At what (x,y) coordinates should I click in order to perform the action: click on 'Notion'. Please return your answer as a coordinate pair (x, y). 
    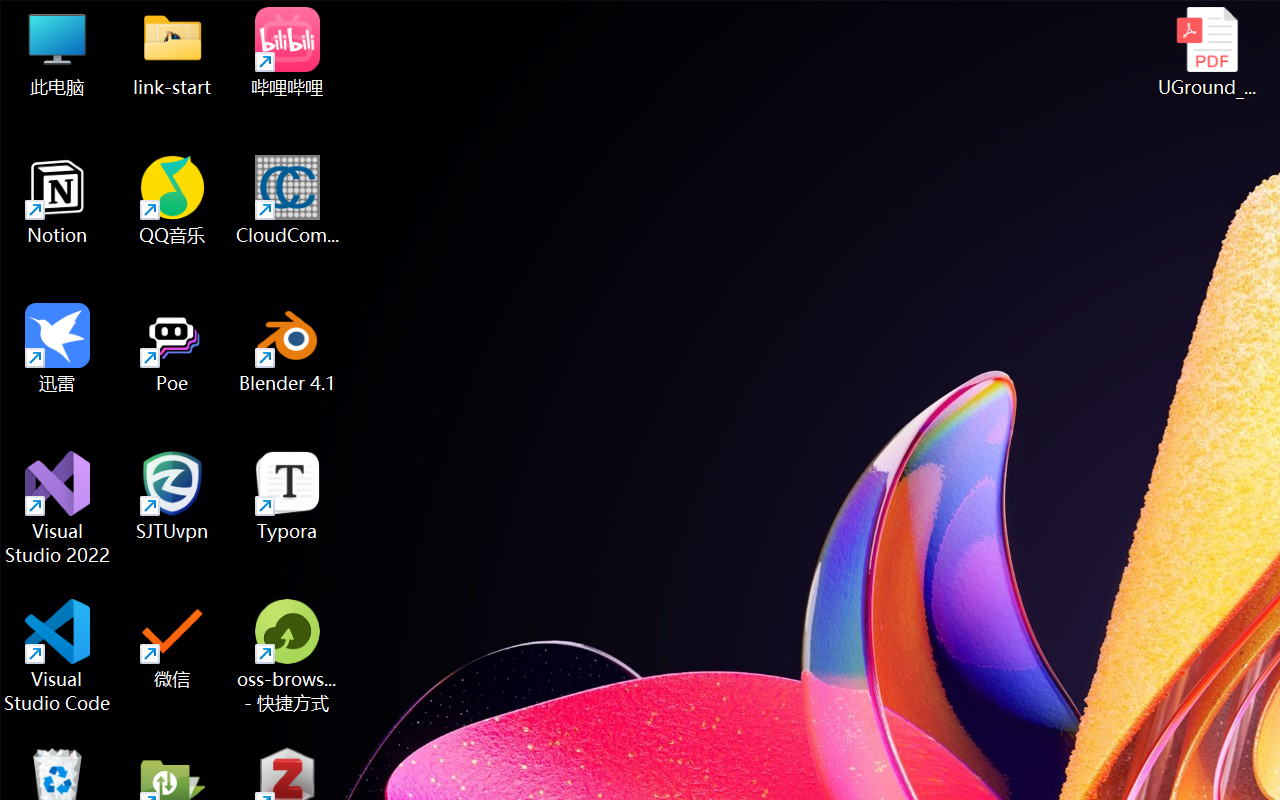
    Looking at the image, I should click on (57, 200).